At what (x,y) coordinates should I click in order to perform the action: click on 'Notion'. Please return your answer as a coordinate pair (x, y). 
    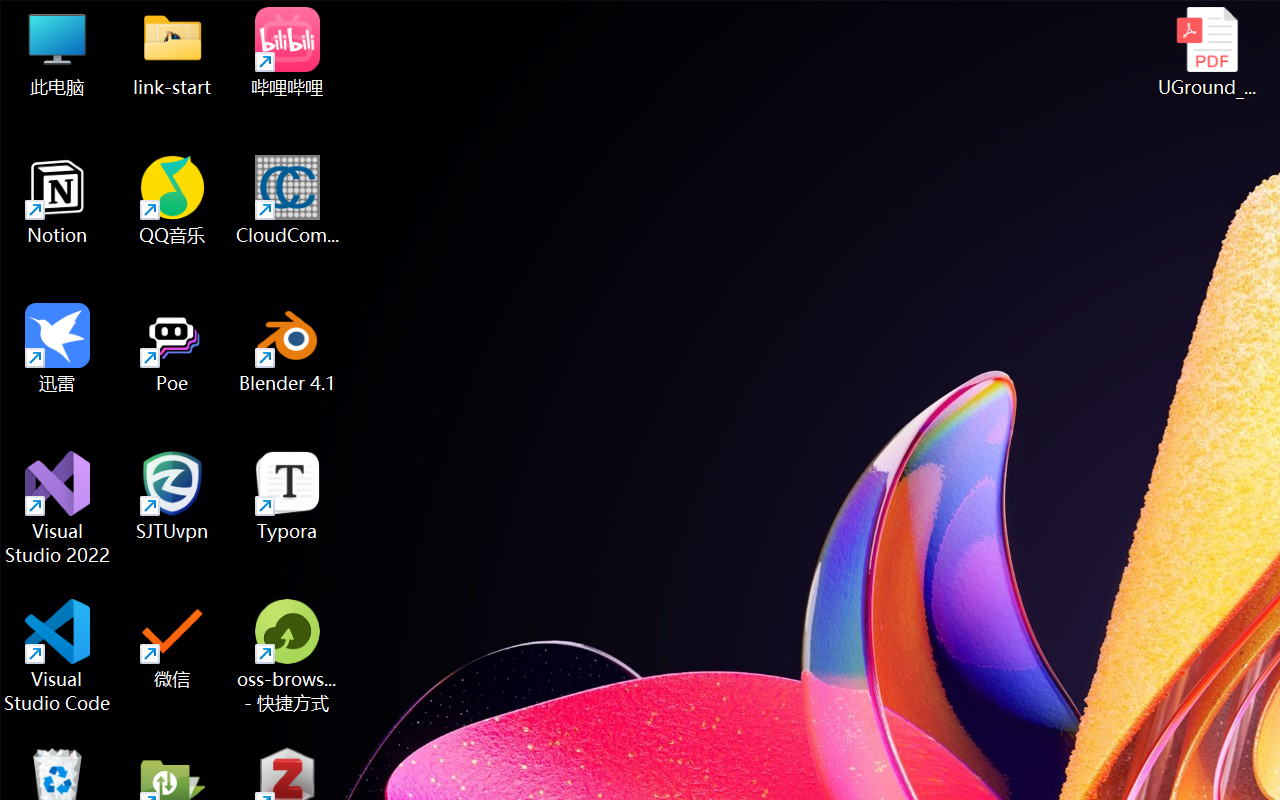
    Looking at the image, I should click on (57, 200).